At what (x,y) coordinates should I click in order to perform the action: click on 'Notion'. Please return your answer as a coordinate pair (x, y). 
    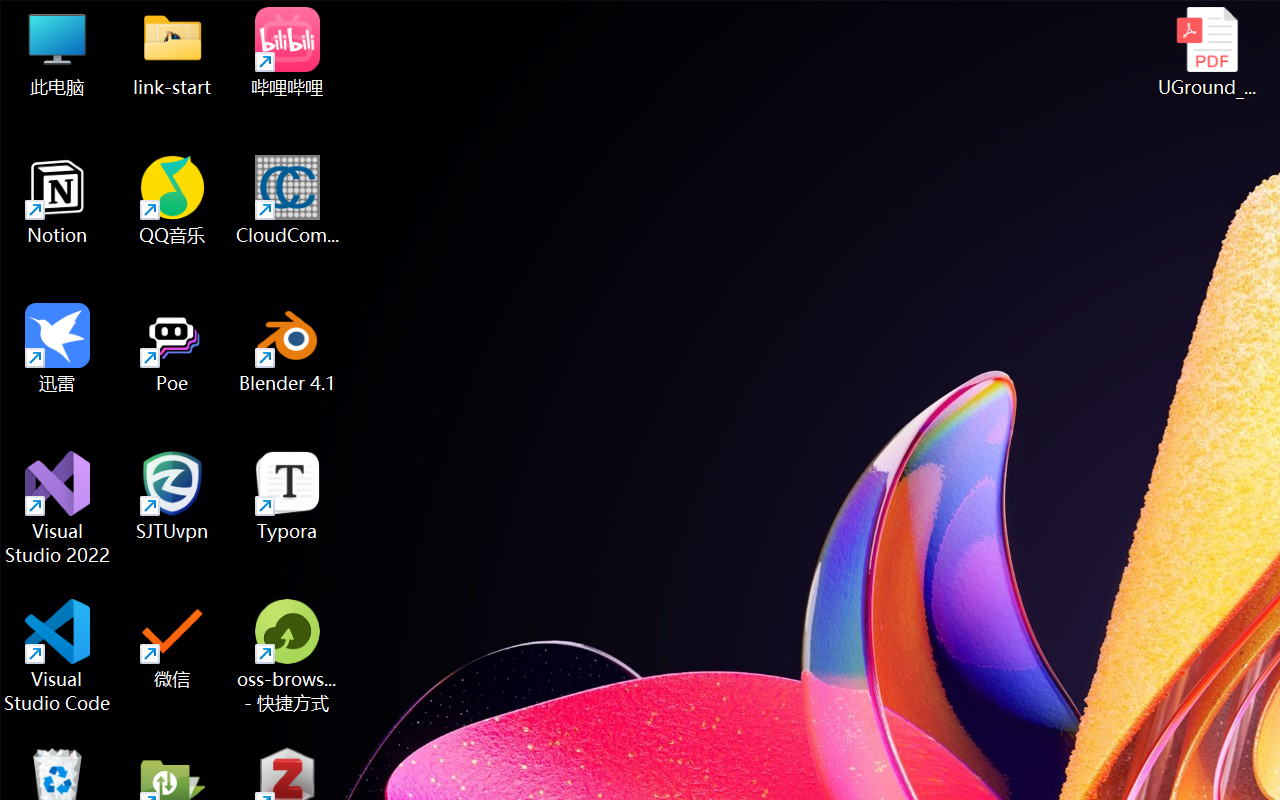
    Looking at the image, I should click on (57, 200).